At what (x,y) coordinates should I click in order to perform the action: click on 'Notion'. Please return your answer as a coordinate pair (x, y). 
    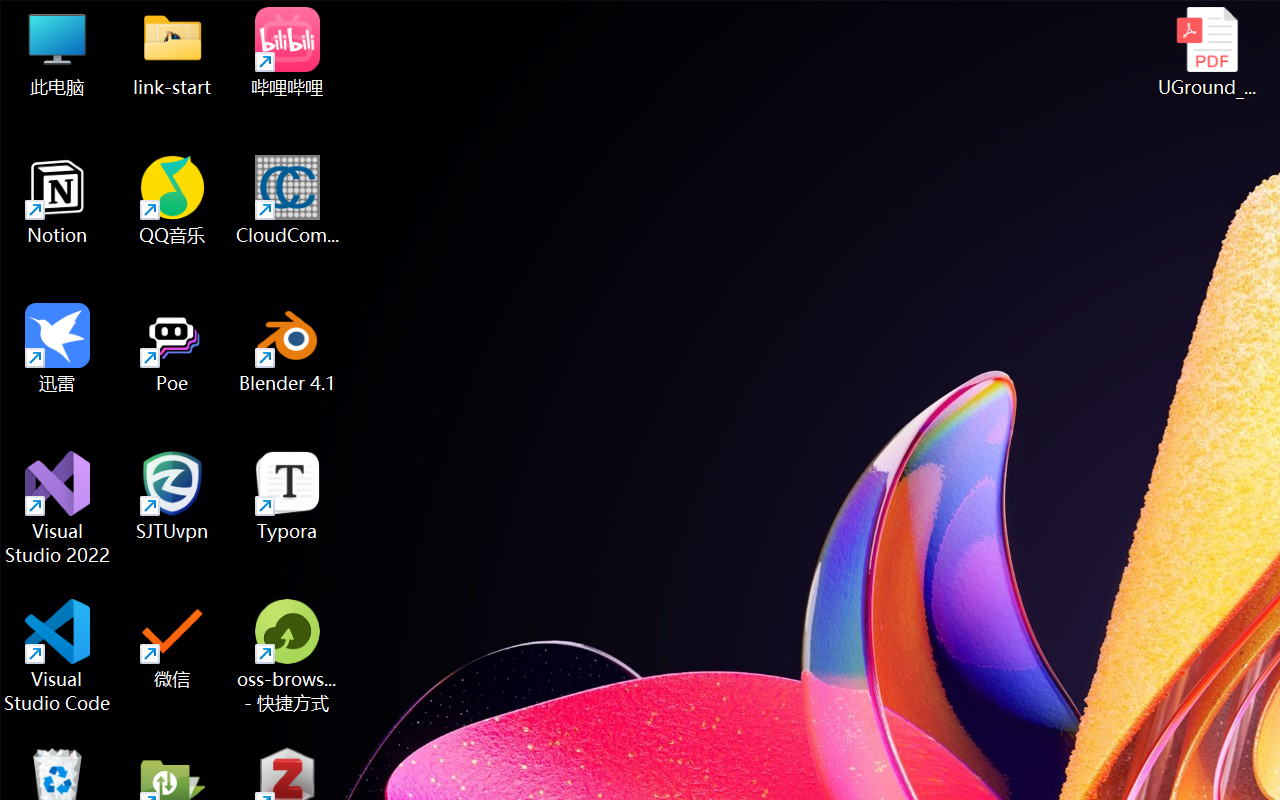
    Looking at the image, I should click on (57, 200).